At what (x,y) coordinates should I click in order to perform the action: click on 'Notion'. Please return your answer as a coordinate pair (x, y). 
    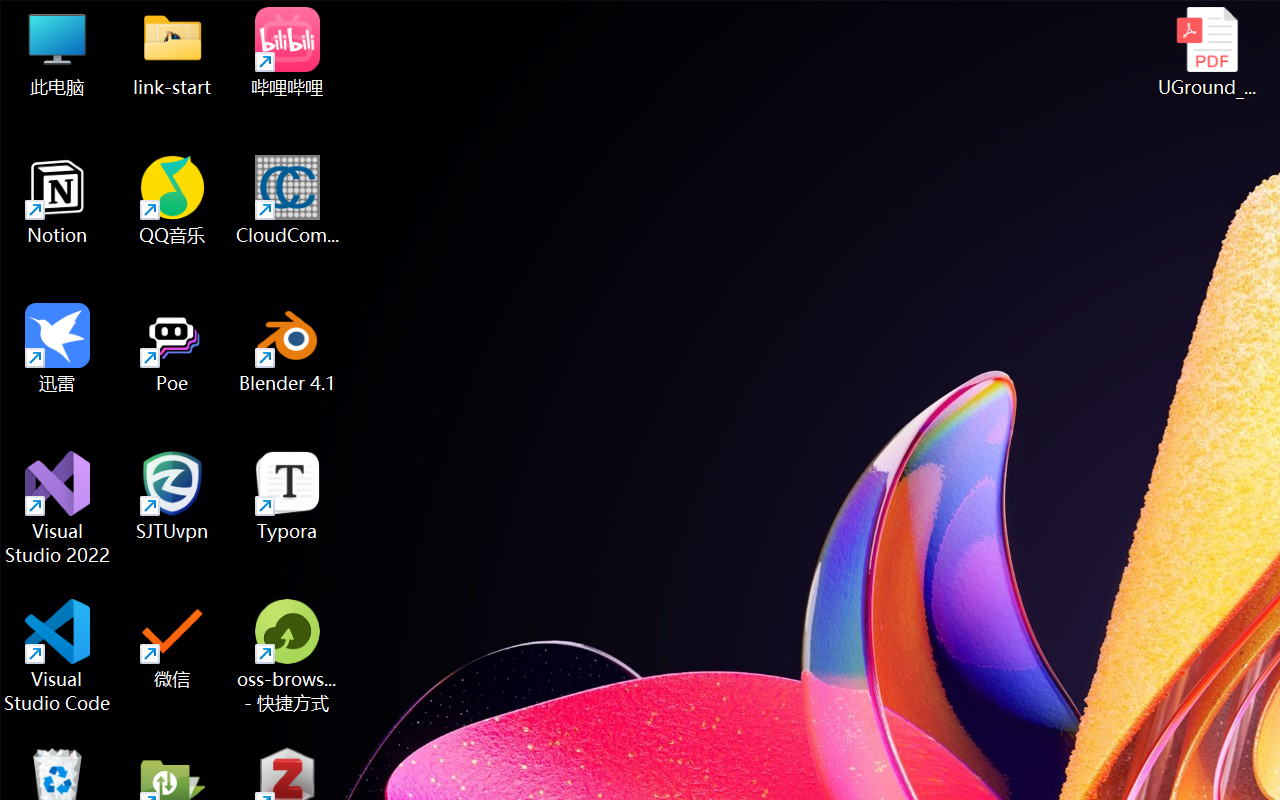
    Looking at the image, I should click on (57, 200).